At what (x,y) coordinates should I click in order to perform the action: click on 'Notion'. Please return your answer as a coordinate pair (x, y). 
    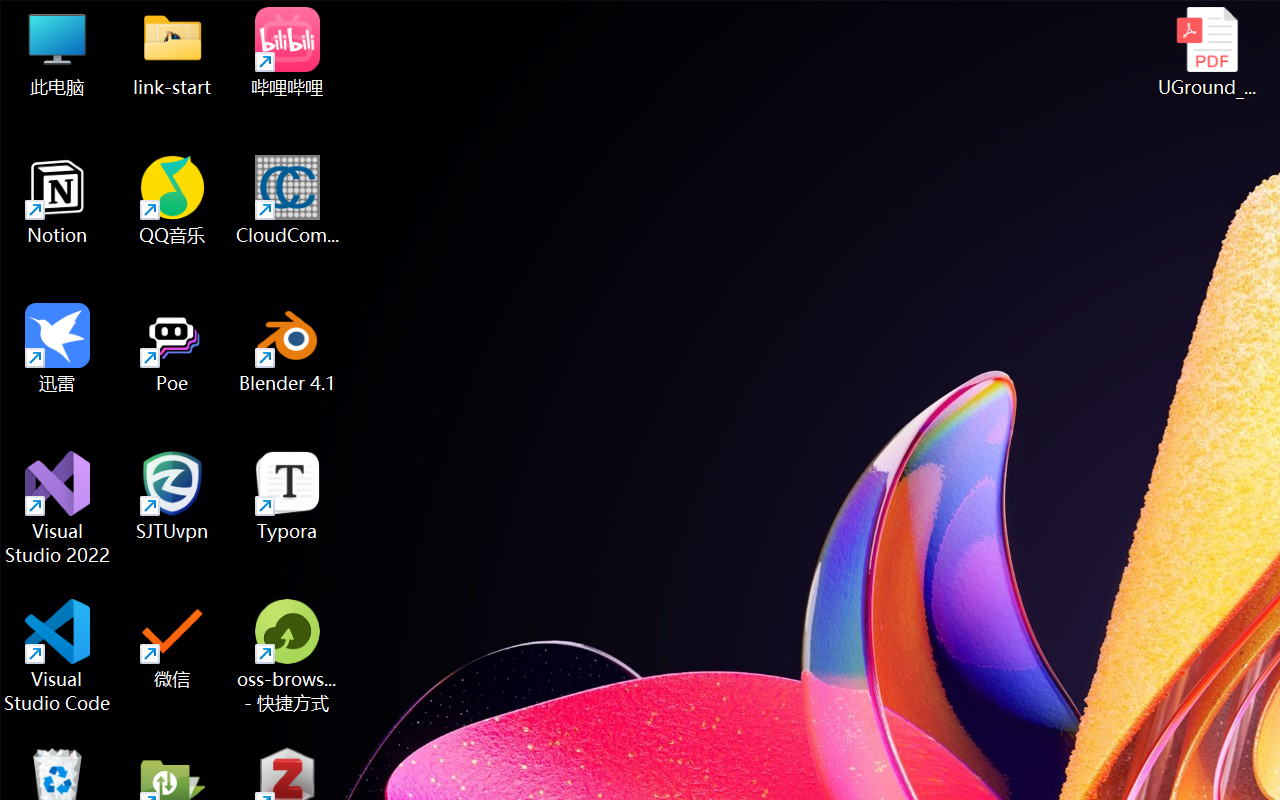
    Looking at the image, I should click on (57, 200).